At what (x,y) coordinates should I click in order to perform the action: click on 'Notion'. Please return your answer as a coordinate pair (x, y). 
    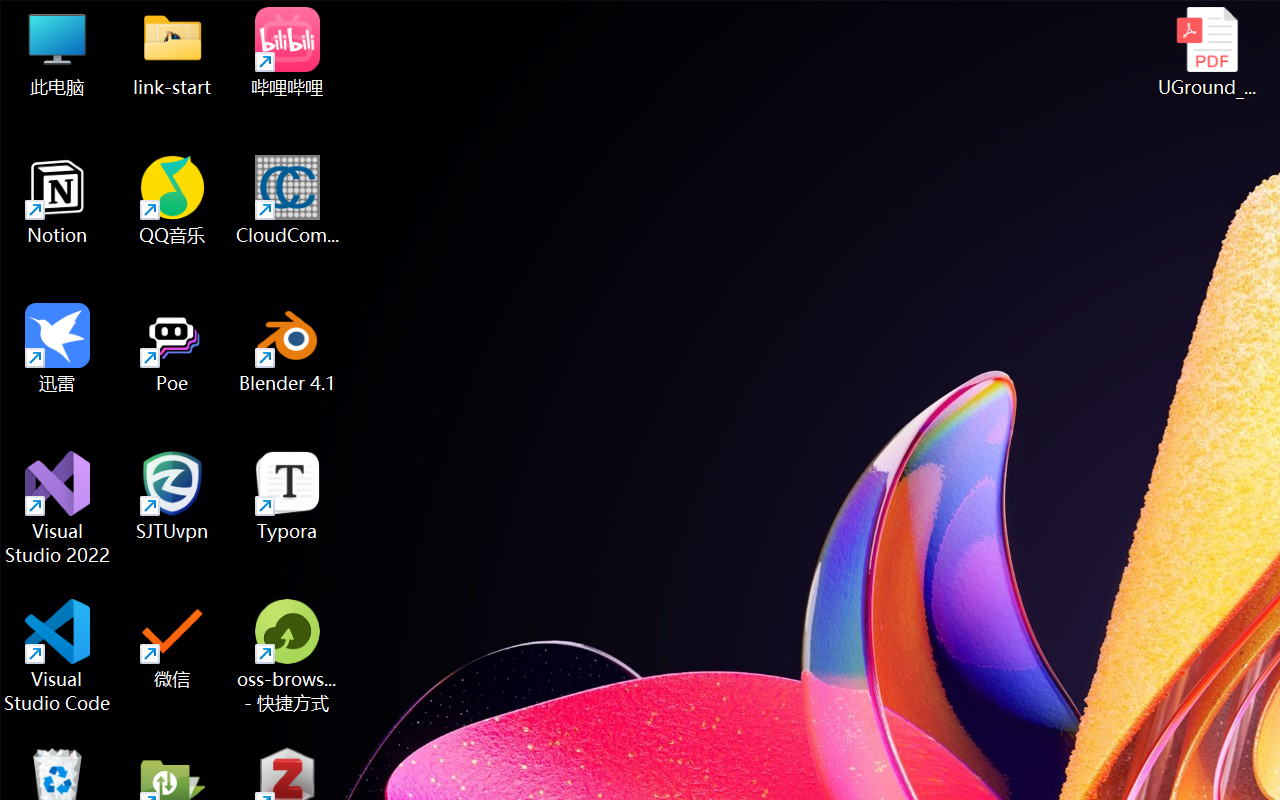
    Looking at the image, I should click on (57, 200).